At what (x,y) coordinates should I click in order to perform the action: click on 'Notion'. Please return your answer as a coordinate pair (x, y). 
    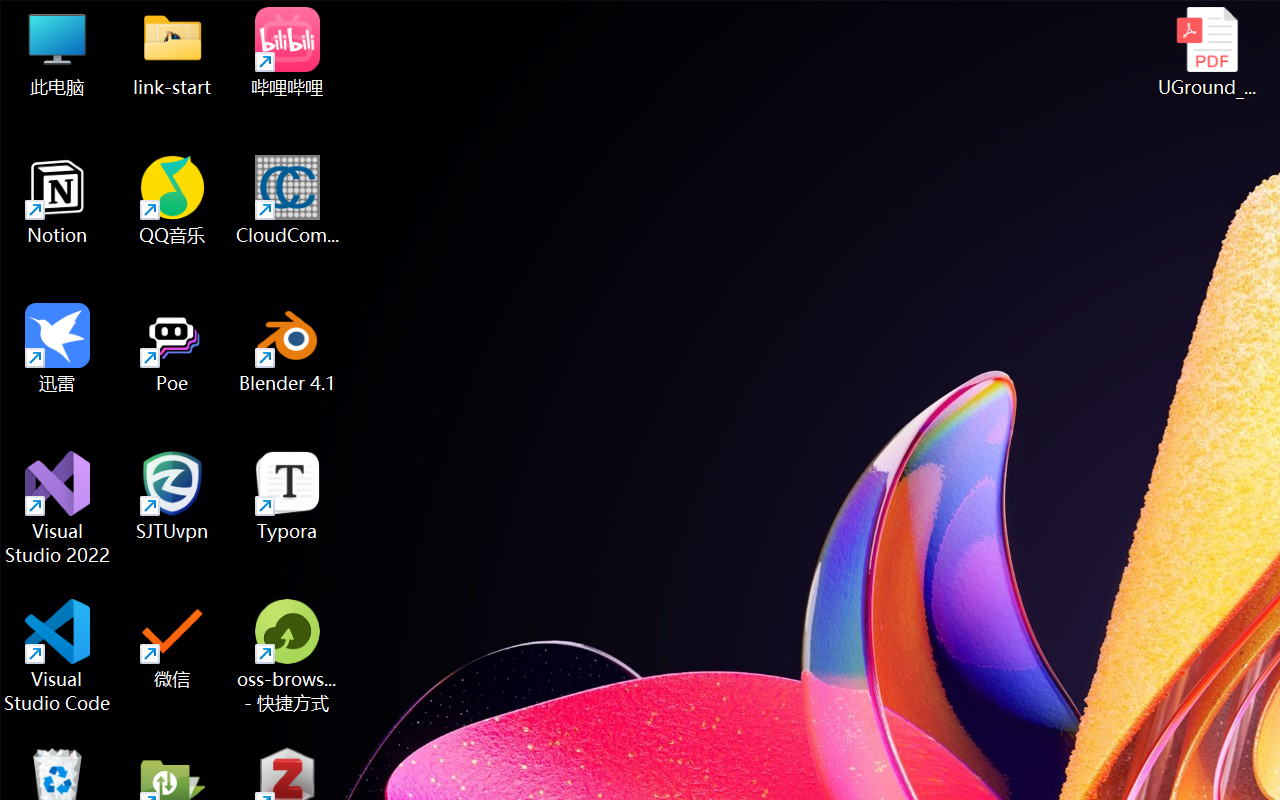
    Looking at the image, I should click on (57, 200).